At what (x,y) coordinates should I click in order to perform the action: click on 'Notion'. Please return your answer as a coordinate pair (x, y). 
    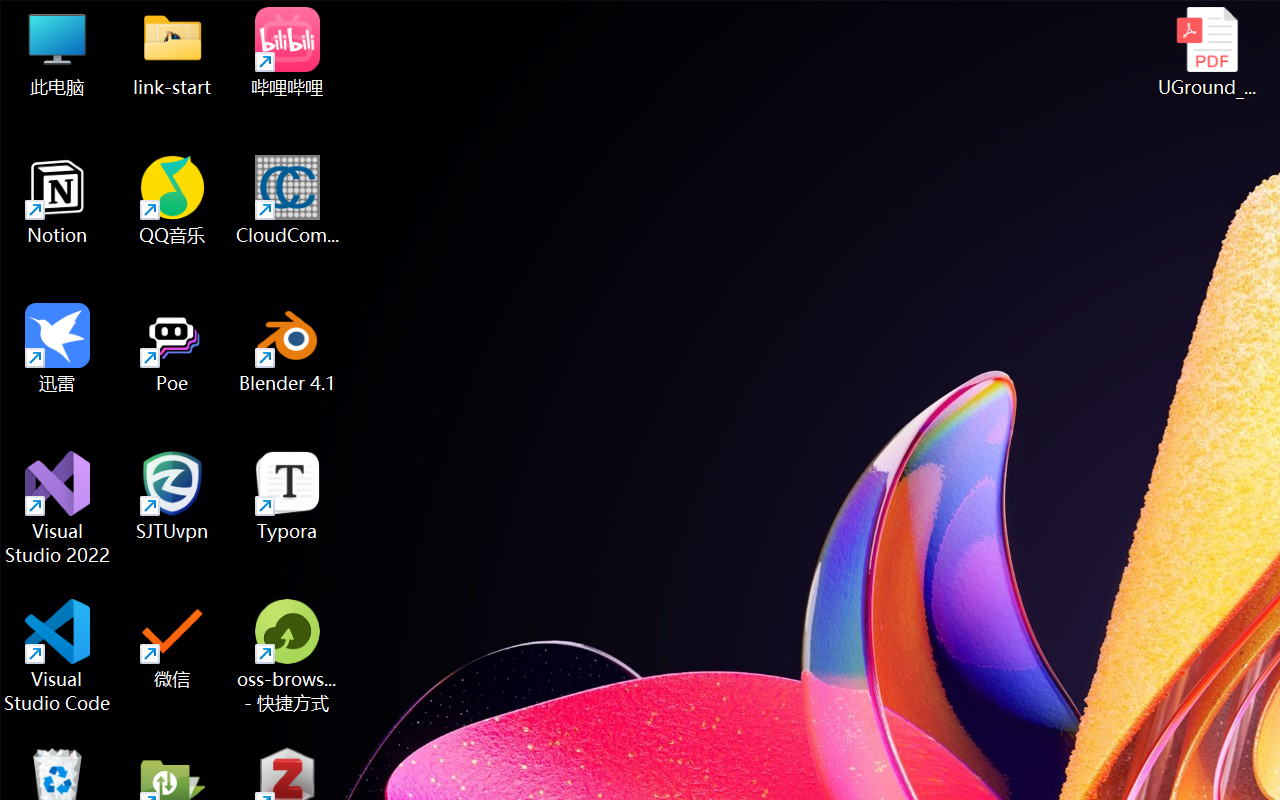
    Looking at the image, I should click on (57, 200).